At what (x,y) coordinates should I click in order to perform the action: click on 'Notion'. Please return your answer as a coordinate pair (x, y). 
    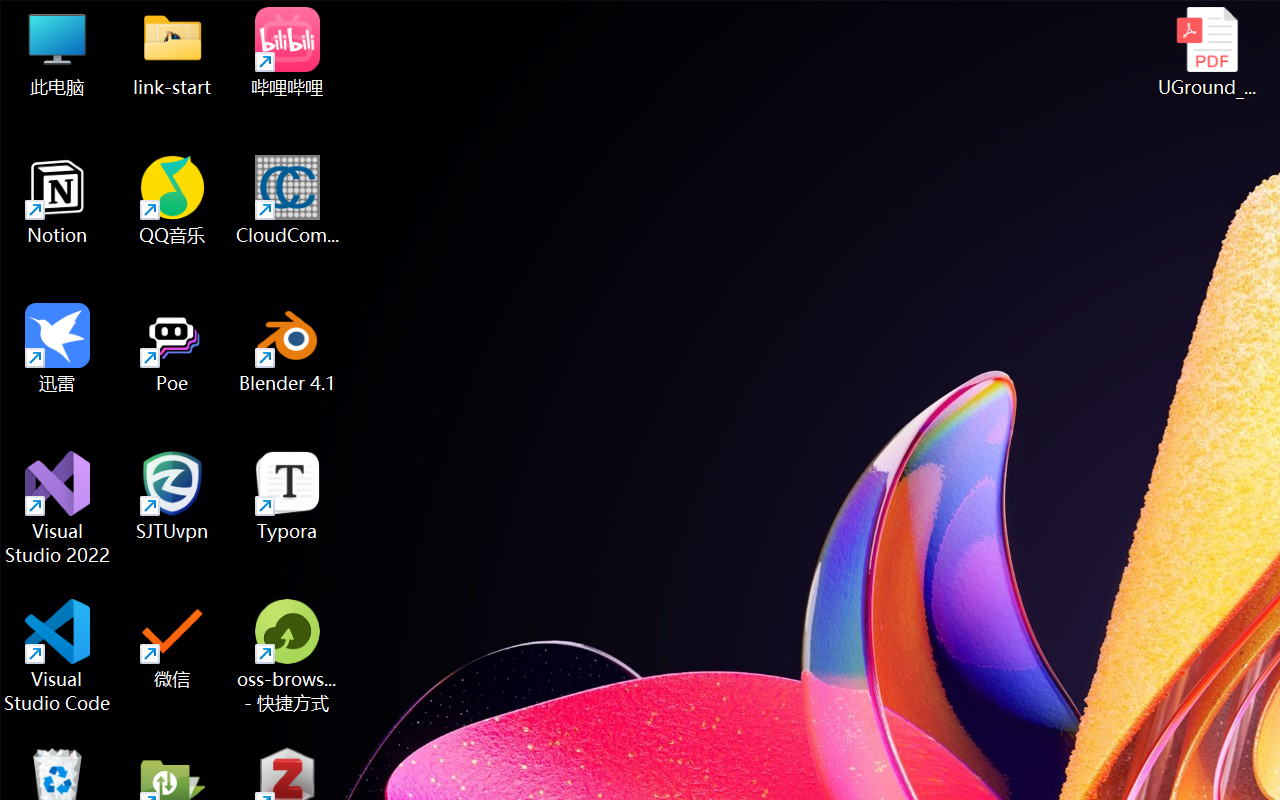
    Looking at the image, I should click on (57, 200).